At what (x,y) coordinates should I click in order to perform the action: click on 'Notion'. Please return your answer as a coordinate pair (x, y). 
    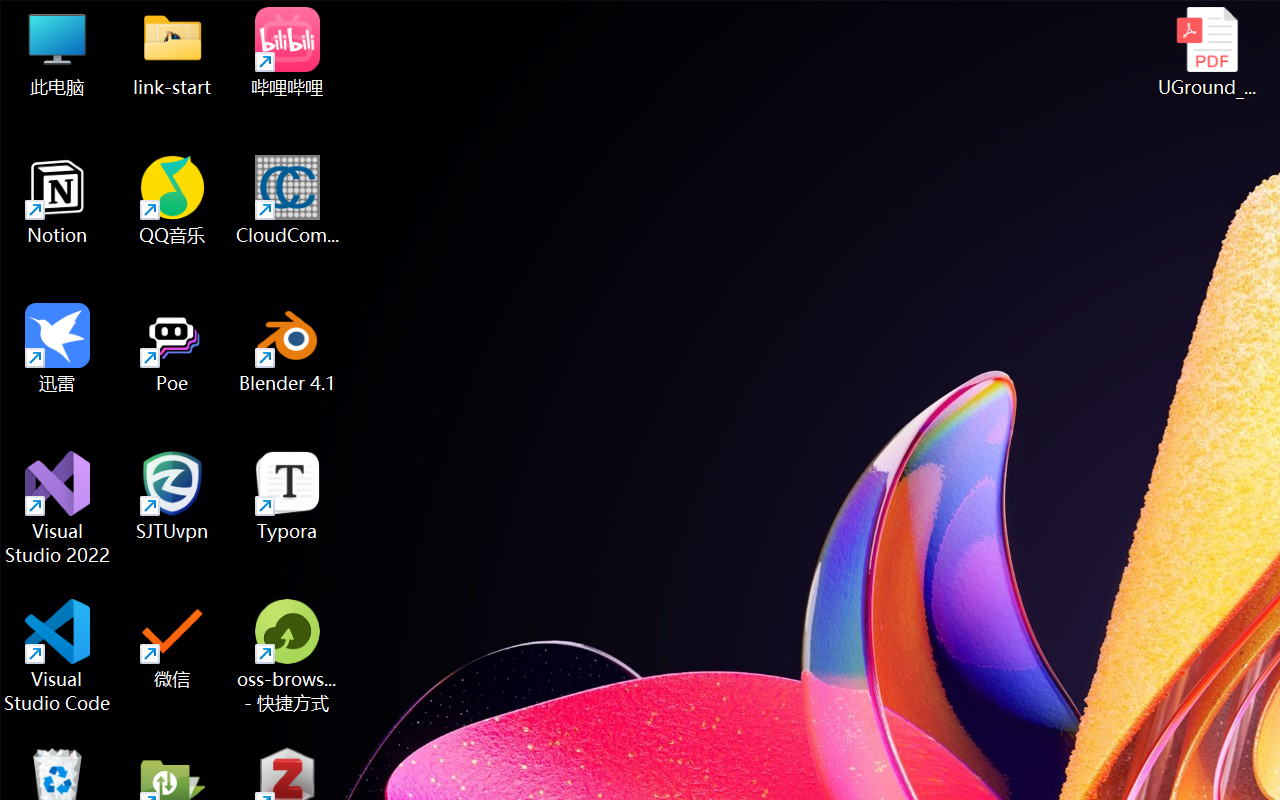
    Looking at the image, I should click on (57, 200).